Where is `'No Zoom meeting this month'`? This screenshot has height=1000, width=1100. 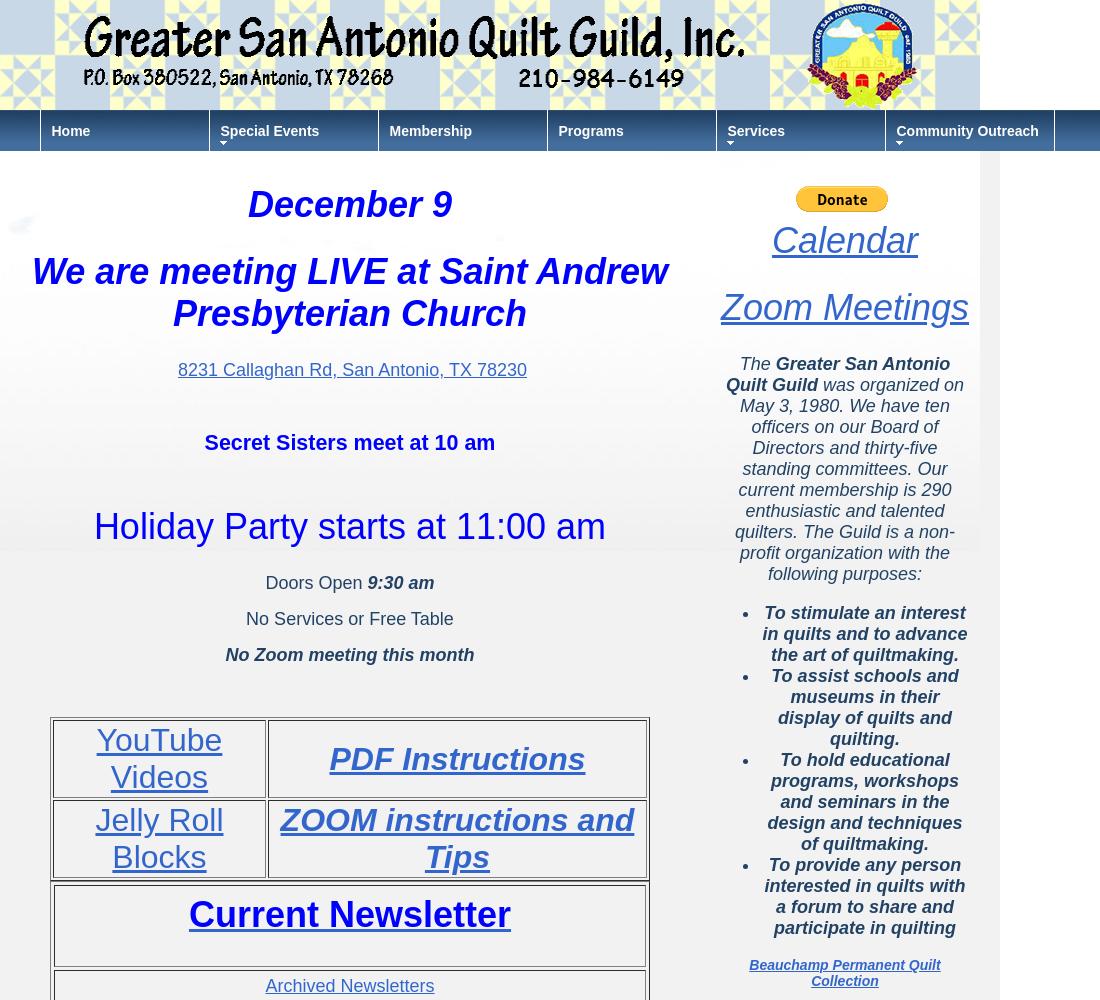
'No Zoom meeting this month' is located at coordinates (224, 655).